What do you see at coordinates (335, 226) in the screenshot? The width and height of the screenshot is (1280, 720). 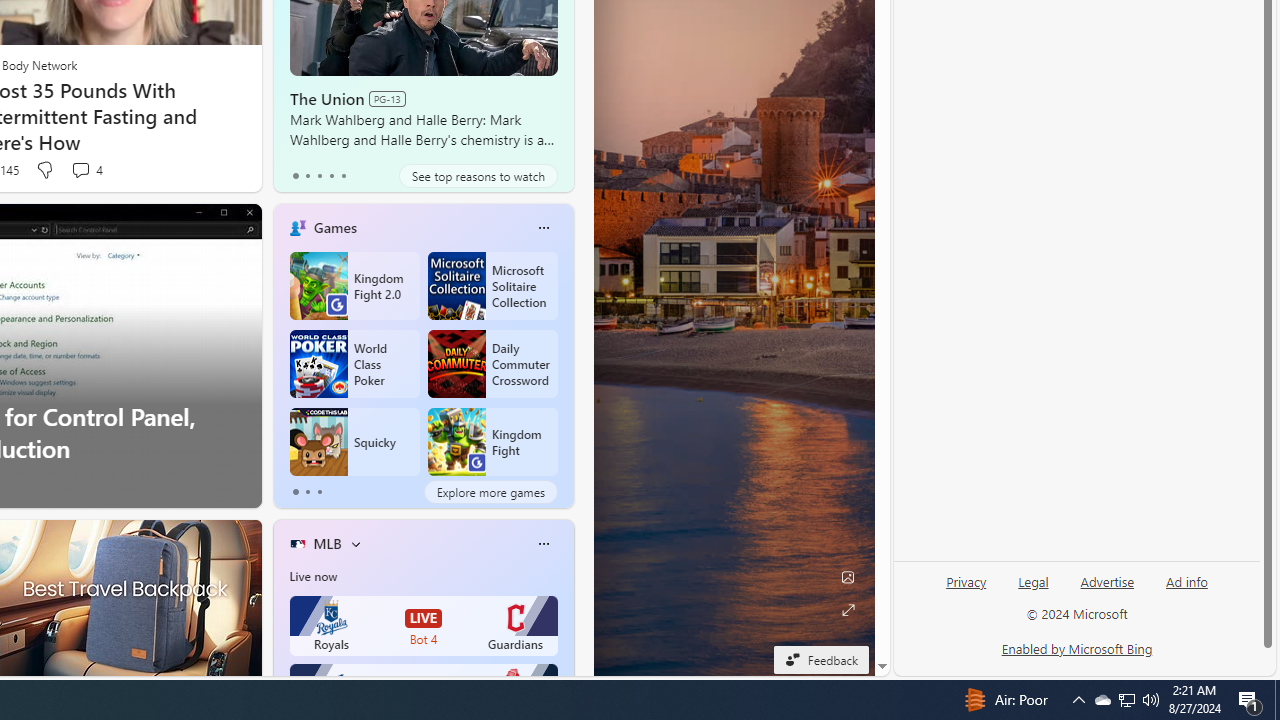 I see `'Games'` at bounding box center [335, 226].